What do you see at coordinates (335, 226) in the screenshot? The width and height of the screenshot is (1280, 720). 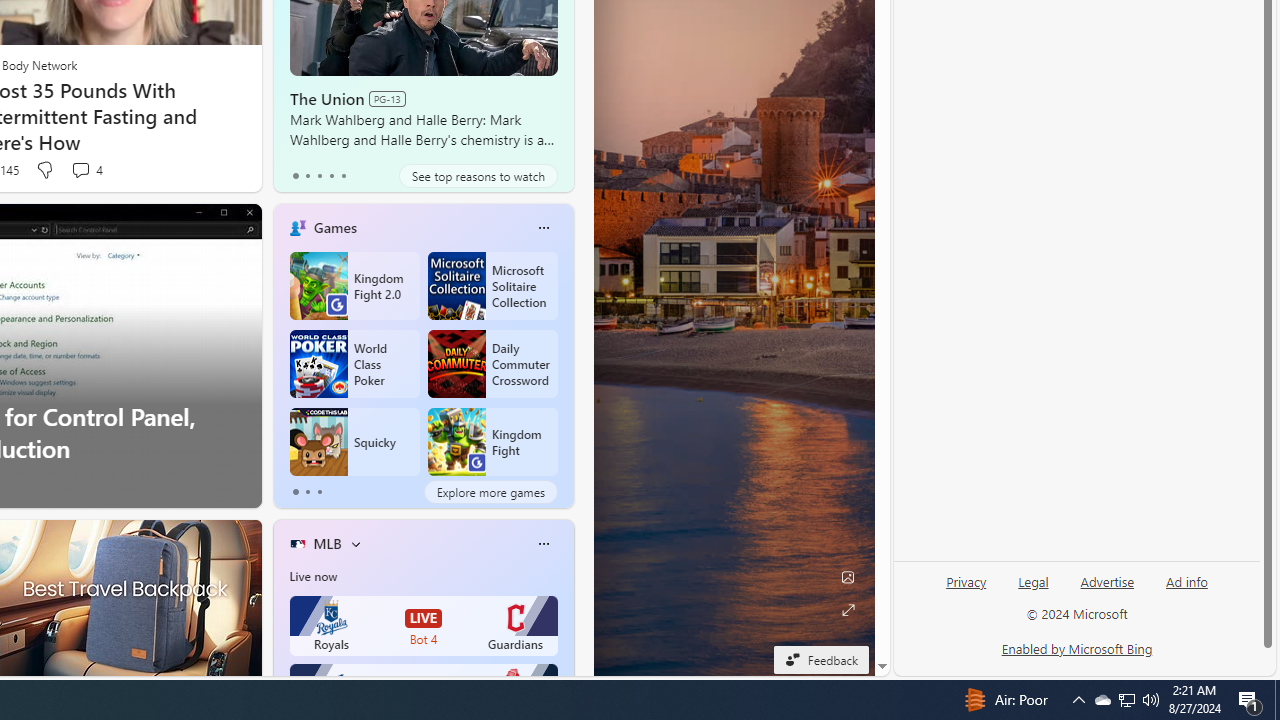 I see `'Games'` at bounding box center [335, 226].